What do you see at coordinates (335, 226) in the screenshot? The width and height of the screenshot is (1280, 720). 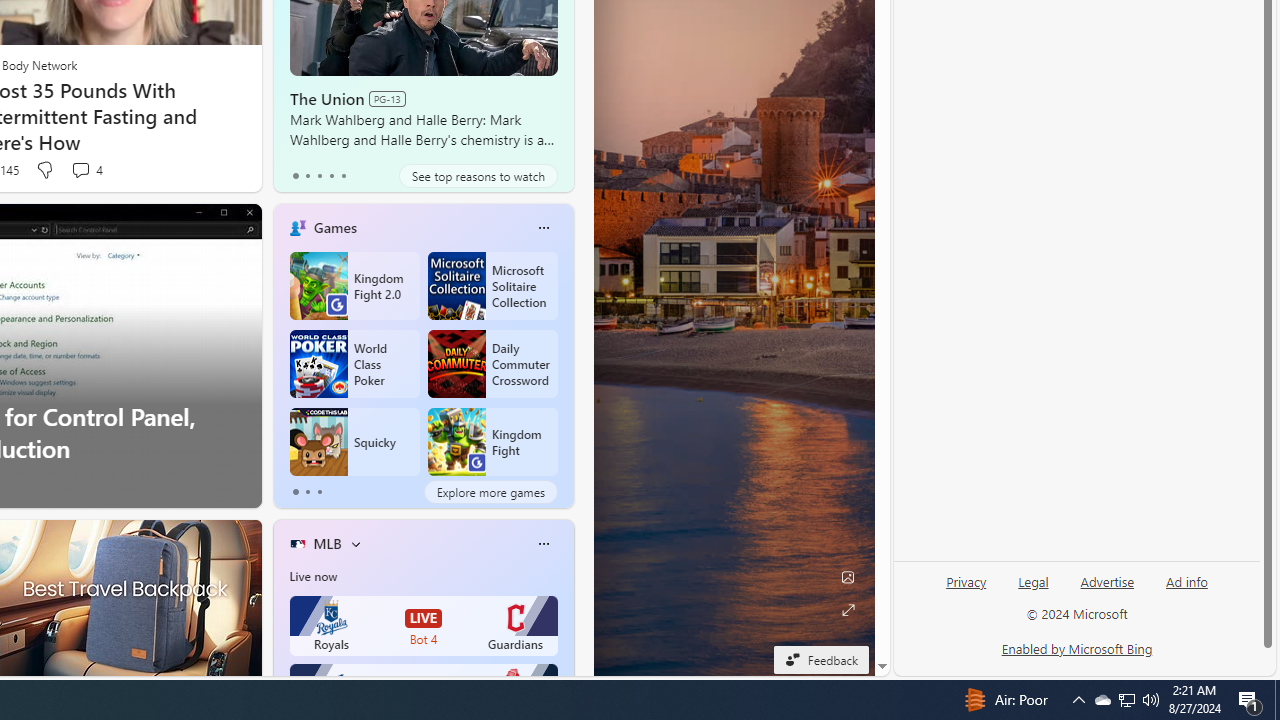 I see `'Games'` at bounding box center [335, 226].